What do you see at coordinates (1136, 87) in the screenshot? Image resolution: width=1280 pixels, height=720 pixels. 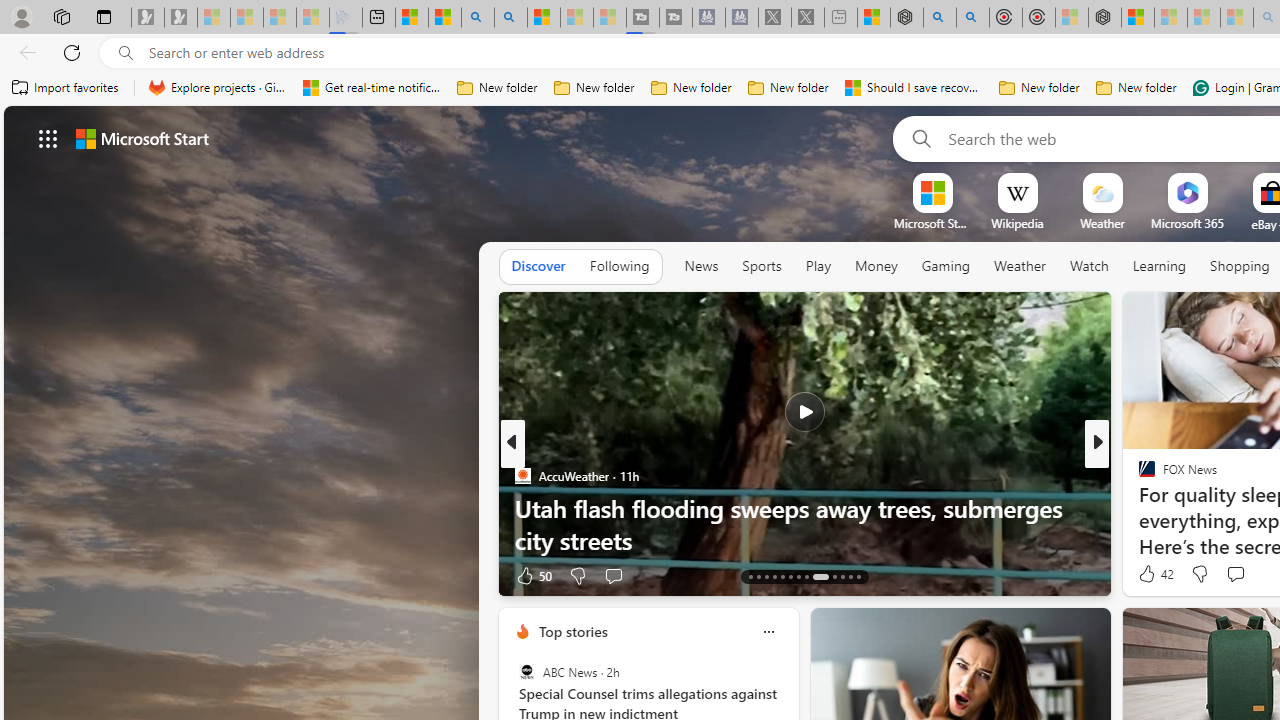 I see `'New folder'` at bounding box center [1136, 87].